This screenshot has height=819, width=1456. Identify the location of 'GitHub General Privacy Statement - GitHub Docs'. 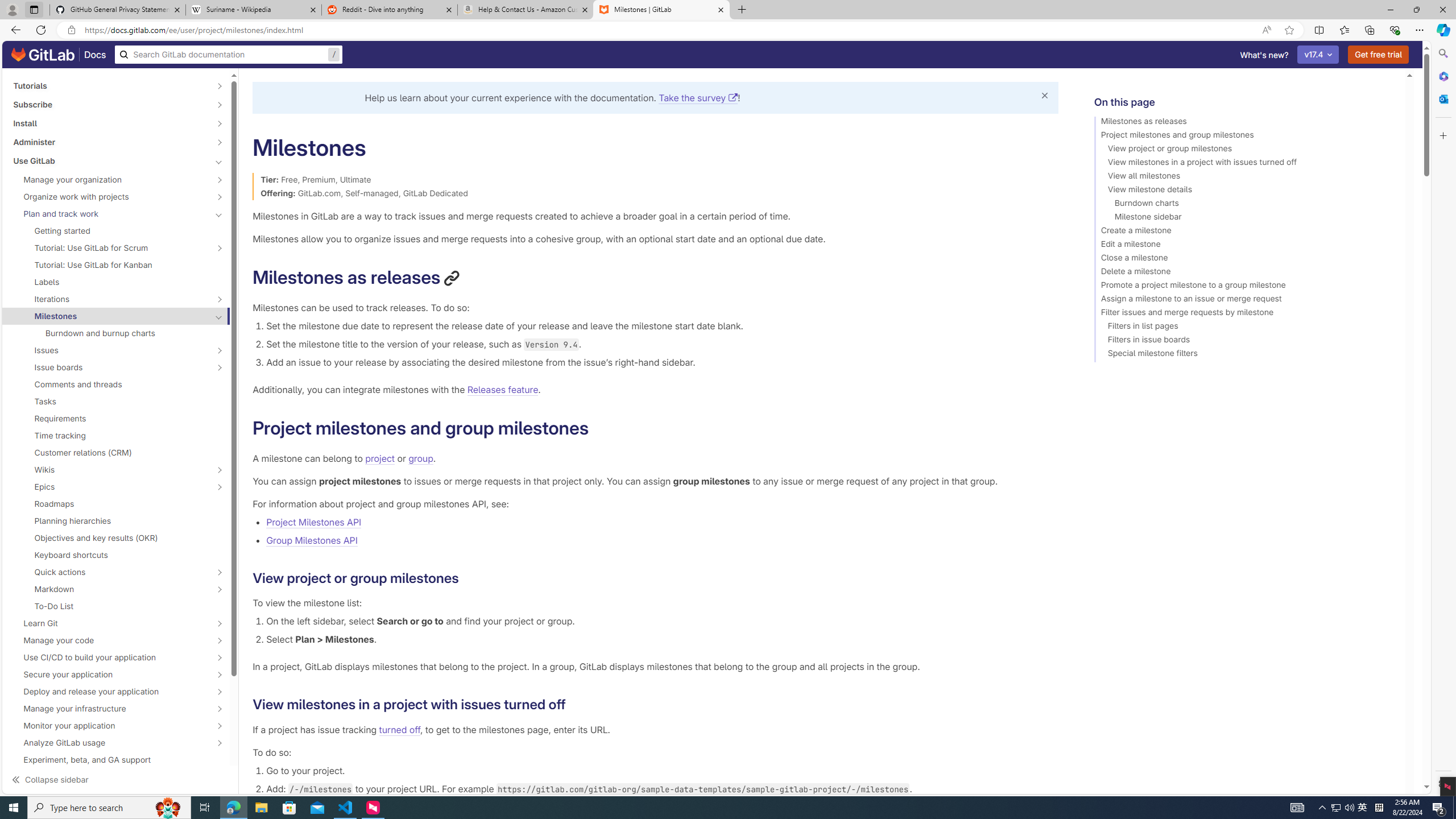
(118, 9).